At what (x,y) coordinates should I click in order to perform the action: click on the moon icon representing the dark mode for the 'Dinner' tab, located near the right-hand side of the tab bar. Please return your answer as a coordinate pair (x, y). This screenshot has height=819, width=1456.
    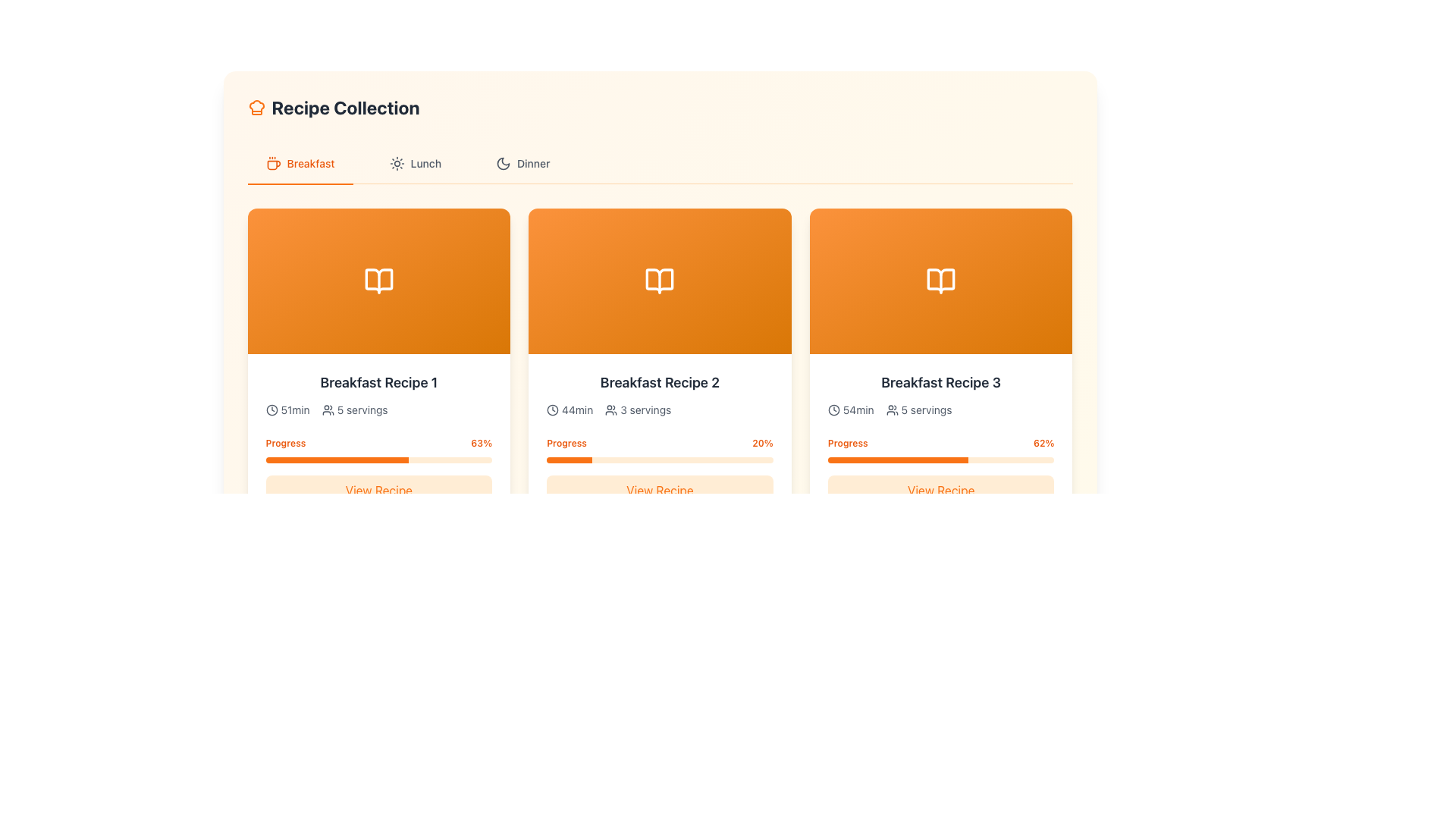
    Looking at the image, I should click on (503, 164).